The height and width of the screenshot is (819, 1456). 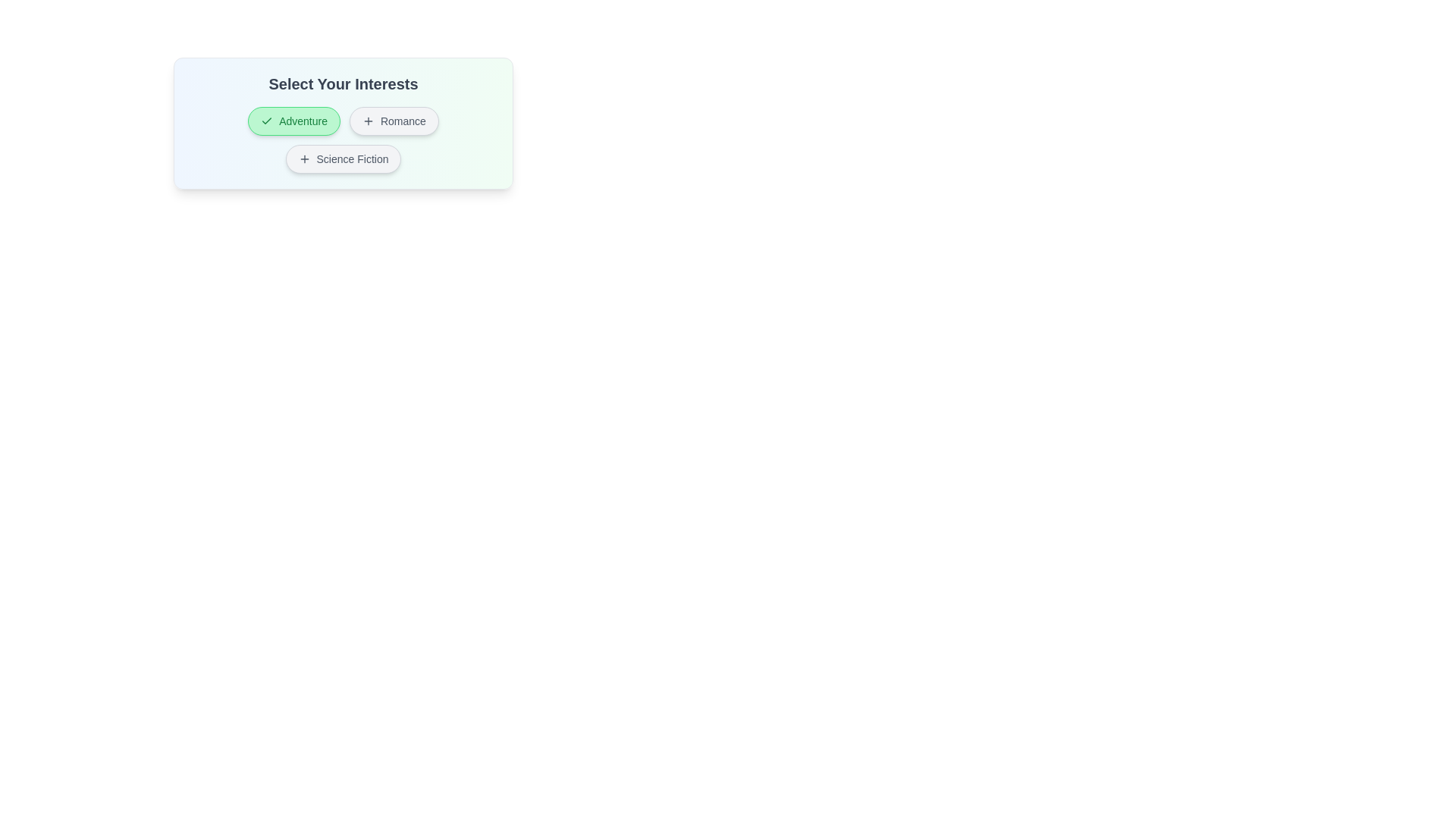 What do you see at coordinates (393, 120) in the screenshot?
I see `the chip labeled Romance` at bounding box center [393, 120].